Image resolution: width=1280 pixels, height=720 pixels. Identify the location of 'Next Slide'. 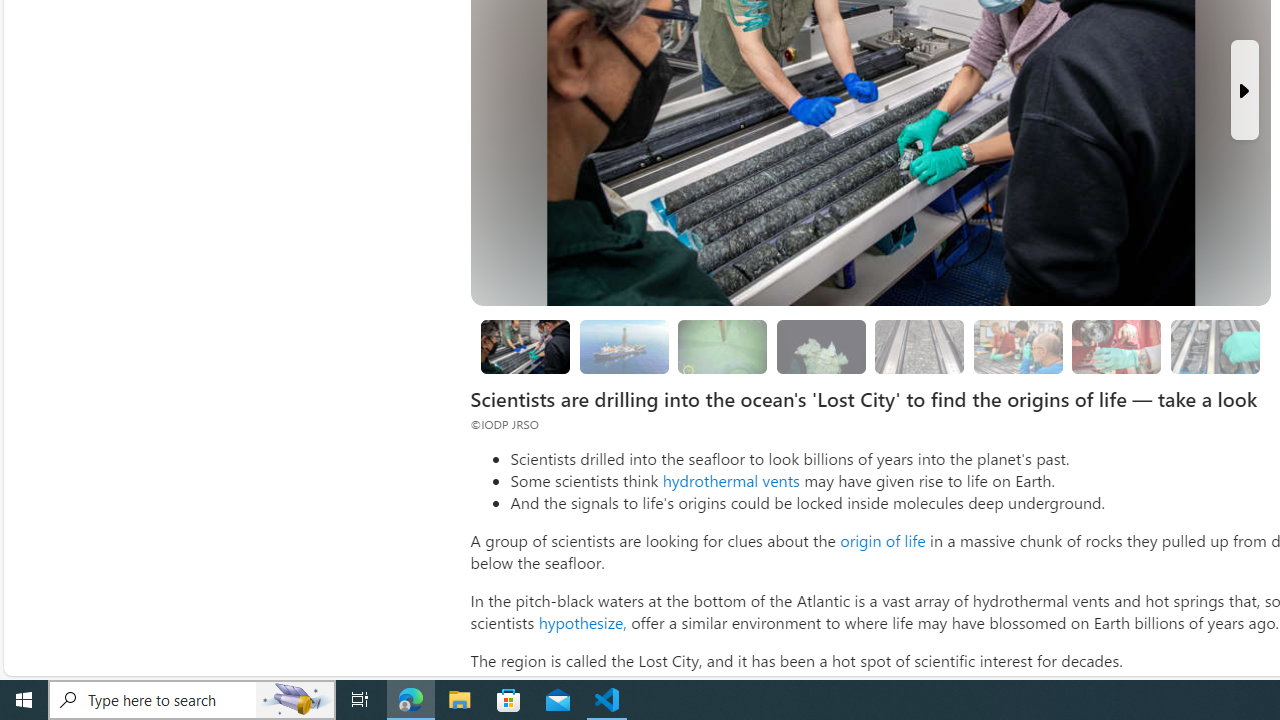
(1243, 90).